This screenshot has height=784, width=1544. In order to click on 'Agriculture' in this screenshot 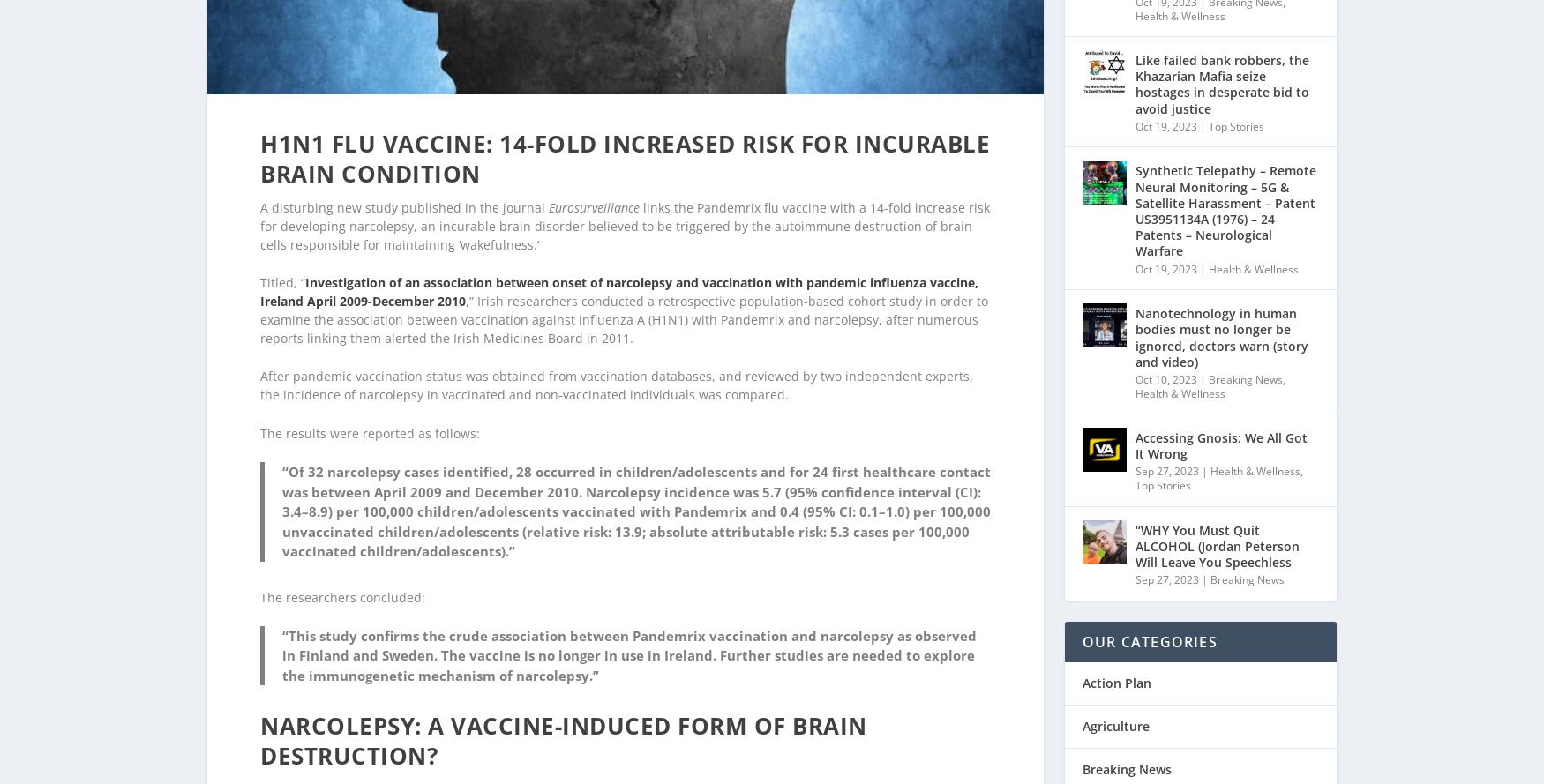, I will do `click(1082, 703)`.